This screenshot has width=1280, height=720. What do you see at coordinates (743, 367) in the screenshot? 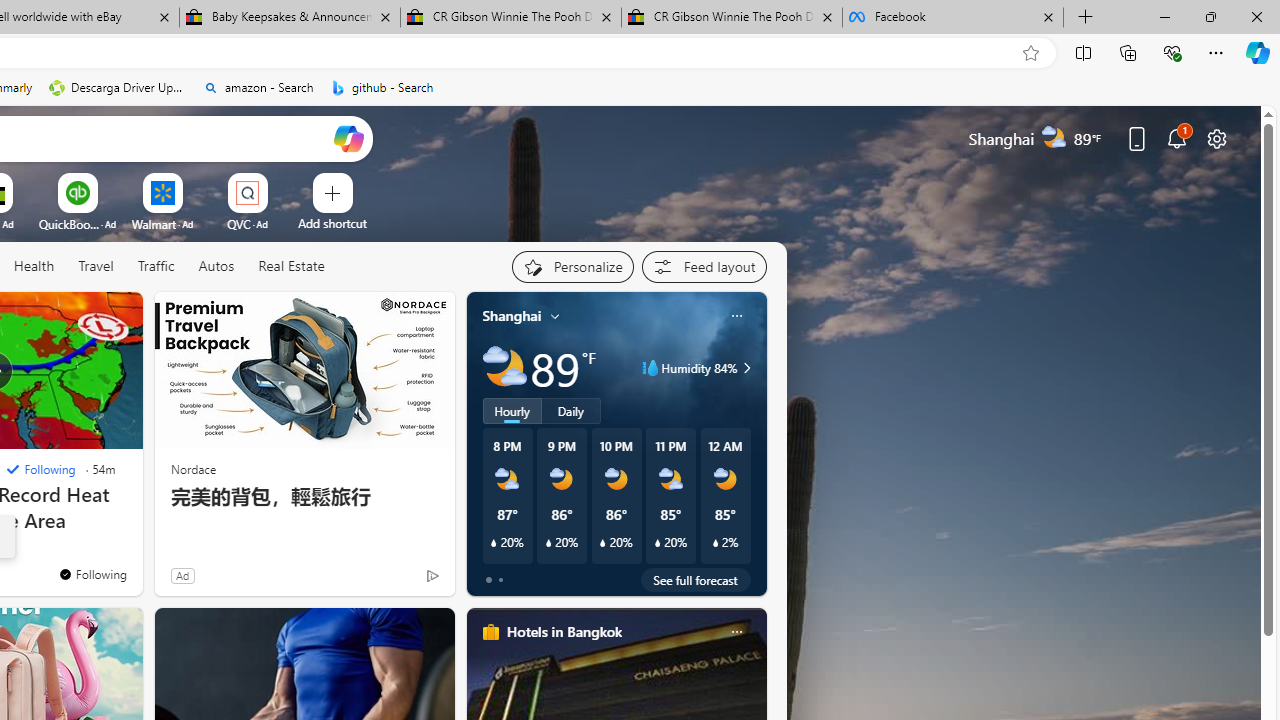
I see `'Humidity 84%'` at bounding box center [743, 367].